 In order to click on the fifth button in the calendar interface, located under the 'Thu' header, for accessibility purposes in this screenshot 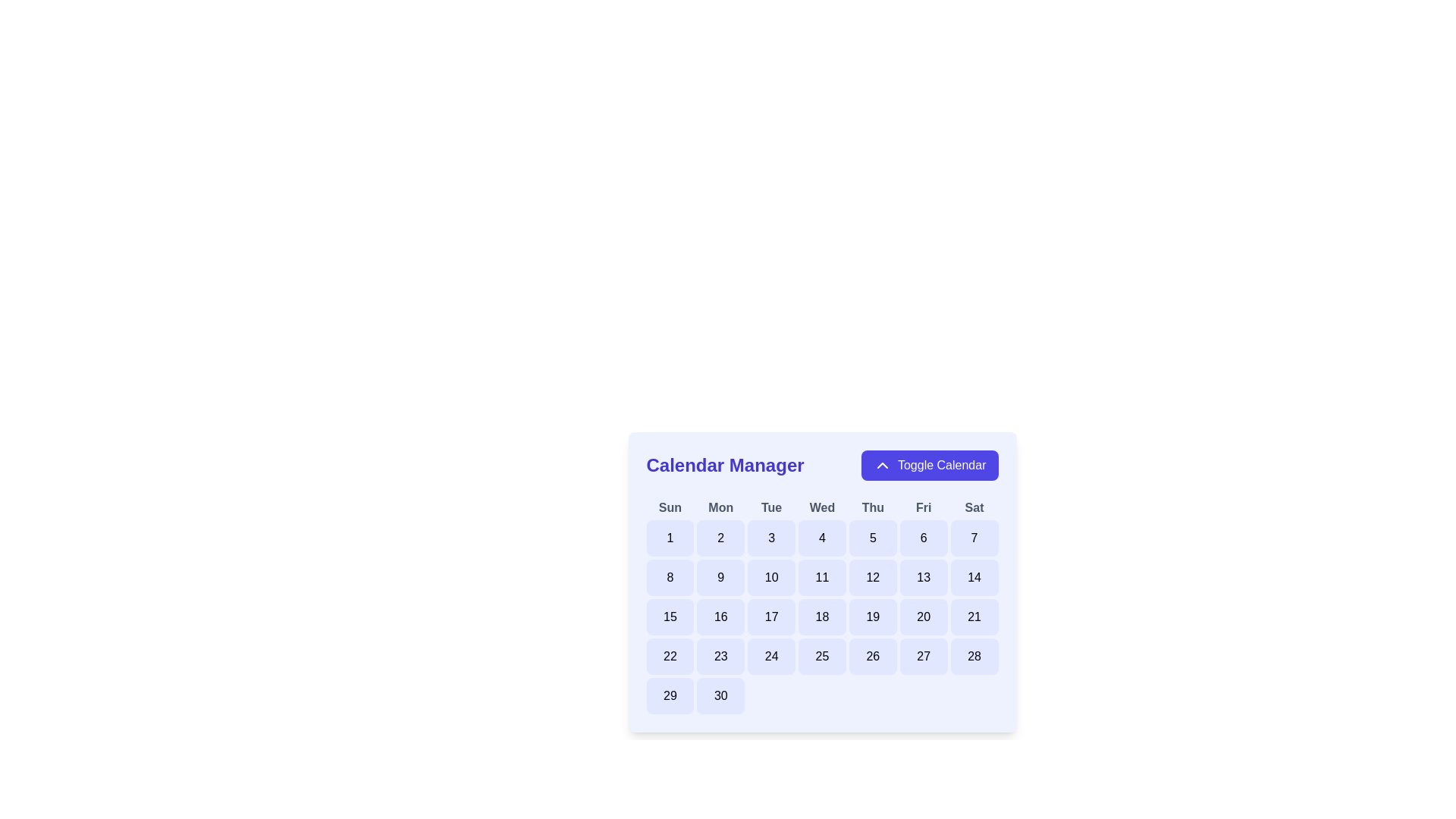, I will do `click(873, 537)`.